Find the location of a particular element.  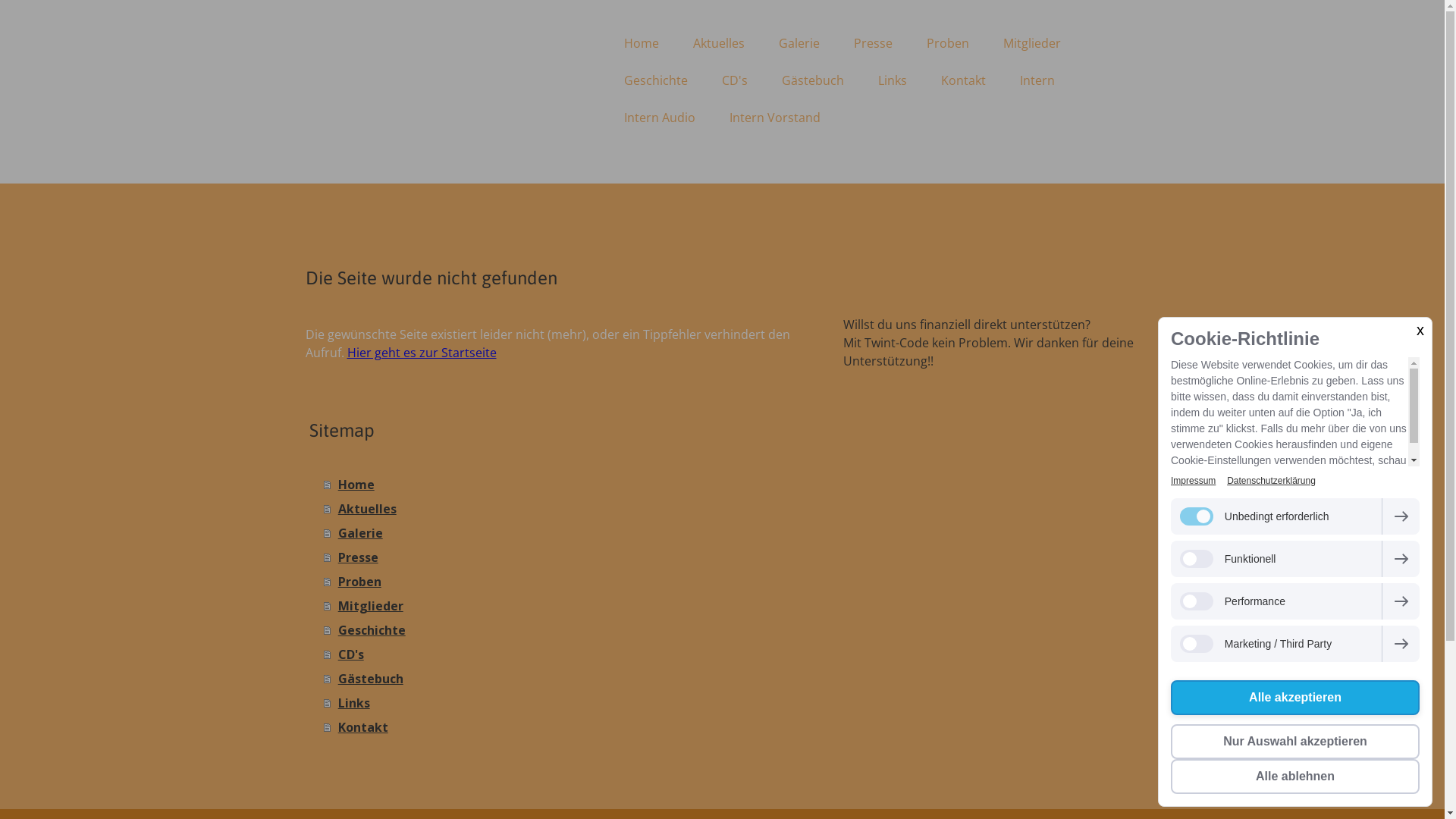

'Aktuelles' is located at coordinates (567, 509).